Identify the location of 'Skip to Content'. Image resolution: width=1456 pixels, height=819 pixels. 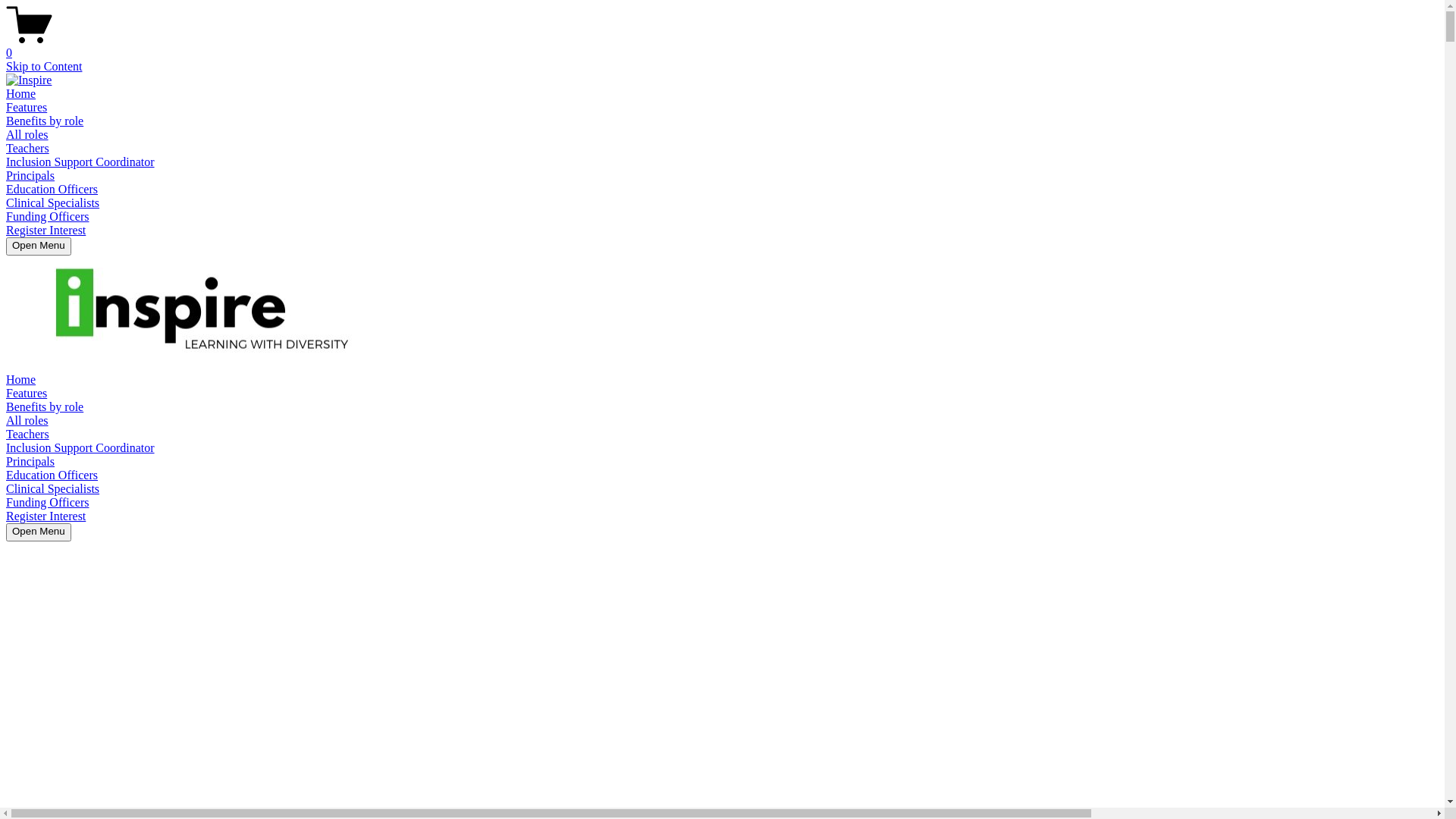
(43, 65).